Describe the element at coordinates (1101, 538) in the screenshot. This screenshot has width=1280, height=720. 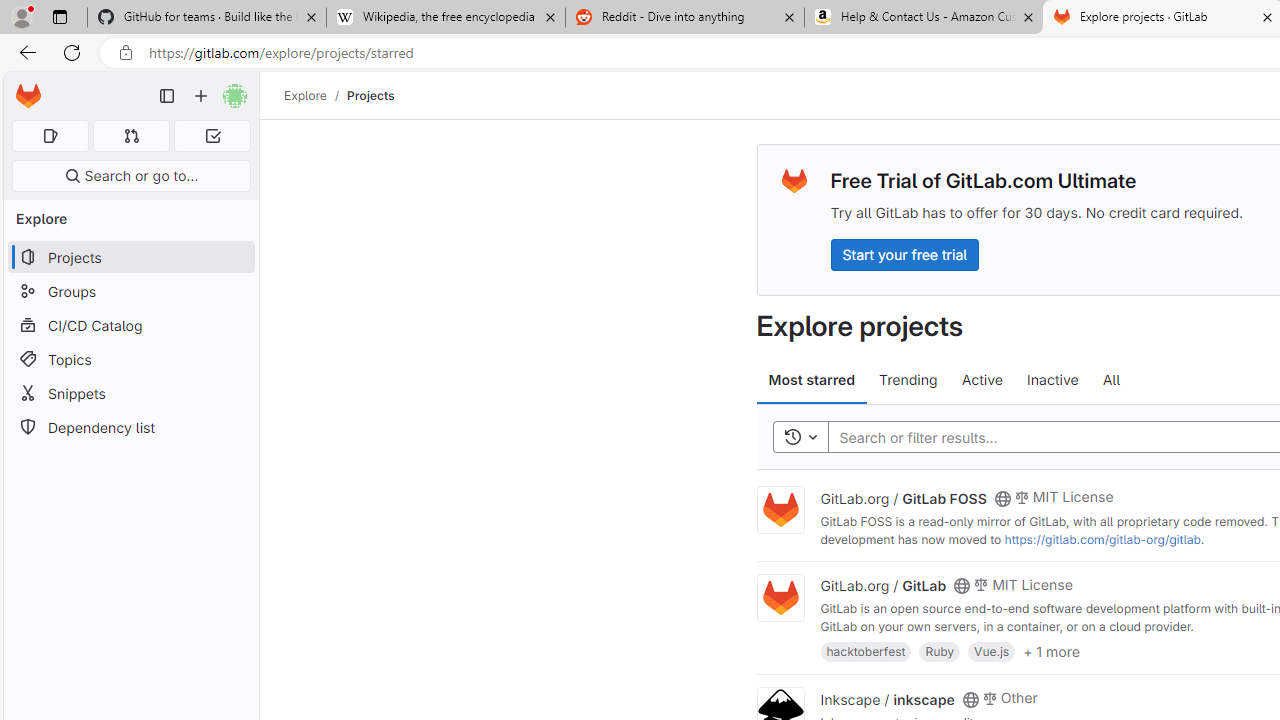
I see `'https://gitlab.com/gitlab-org/gitlab'` at that location.